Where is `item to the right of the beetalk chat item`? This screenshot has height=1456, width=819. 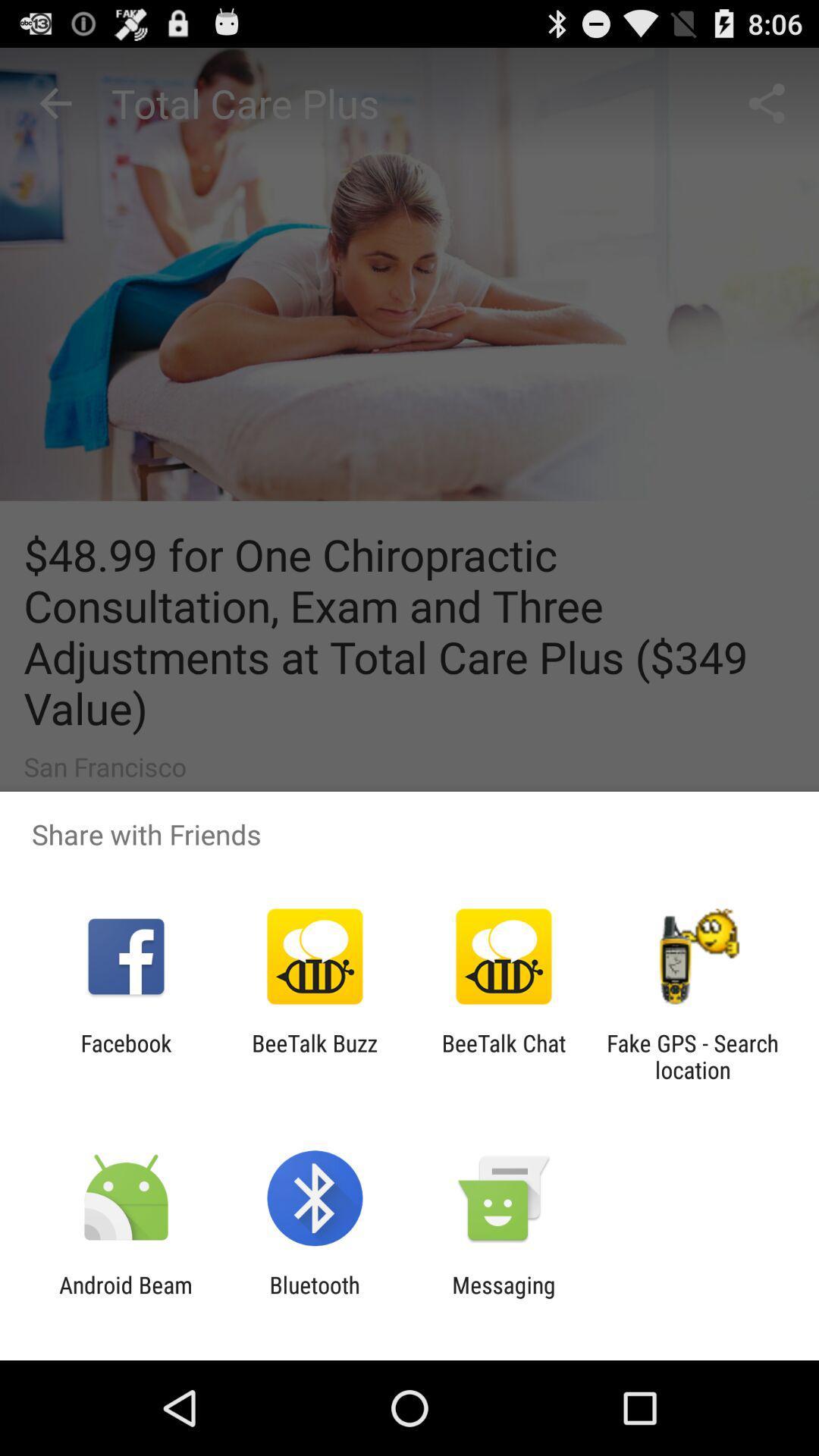 item to the right of the beetalk chat item is located at coordinates (692, 1056).